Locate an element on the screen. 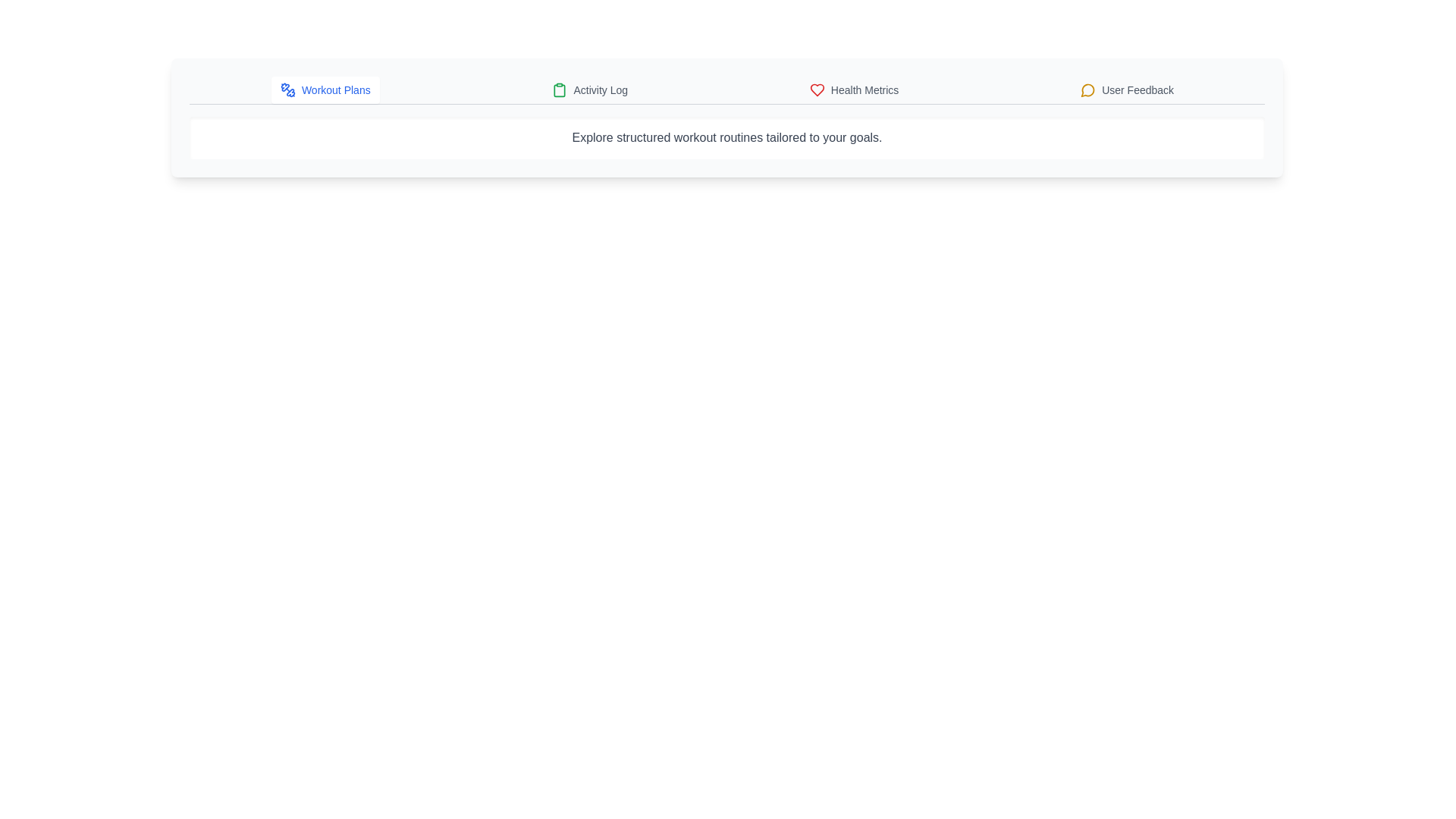  the text box displaying the phrase 'Explore structured workout routines tailored to your goals.' which is styled with a white background and rounded corners, located below the toolbar-like row is located at coordinates (726, 137).